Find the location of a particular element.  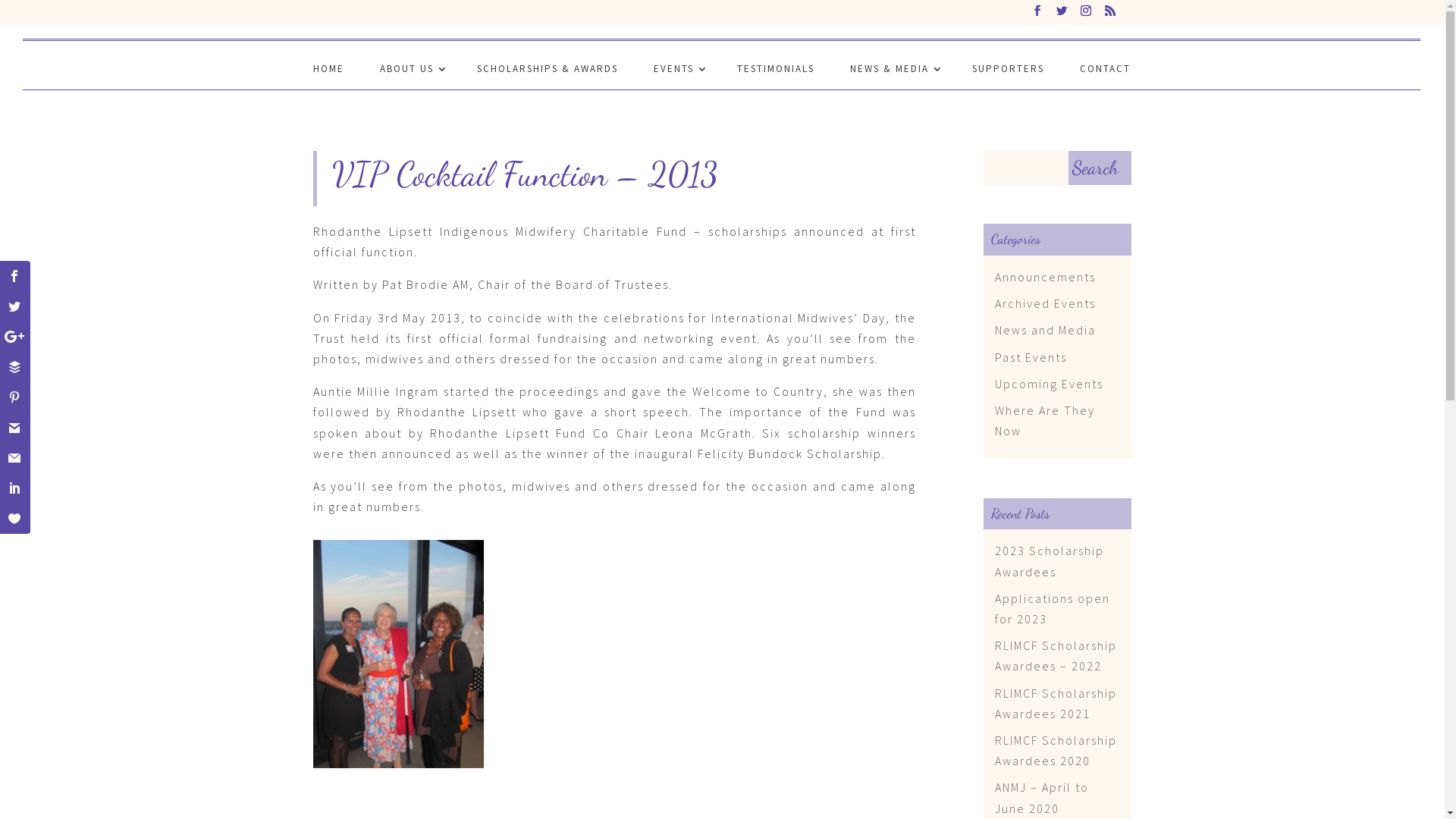

'Search' is located at coordinates (1100, 168).